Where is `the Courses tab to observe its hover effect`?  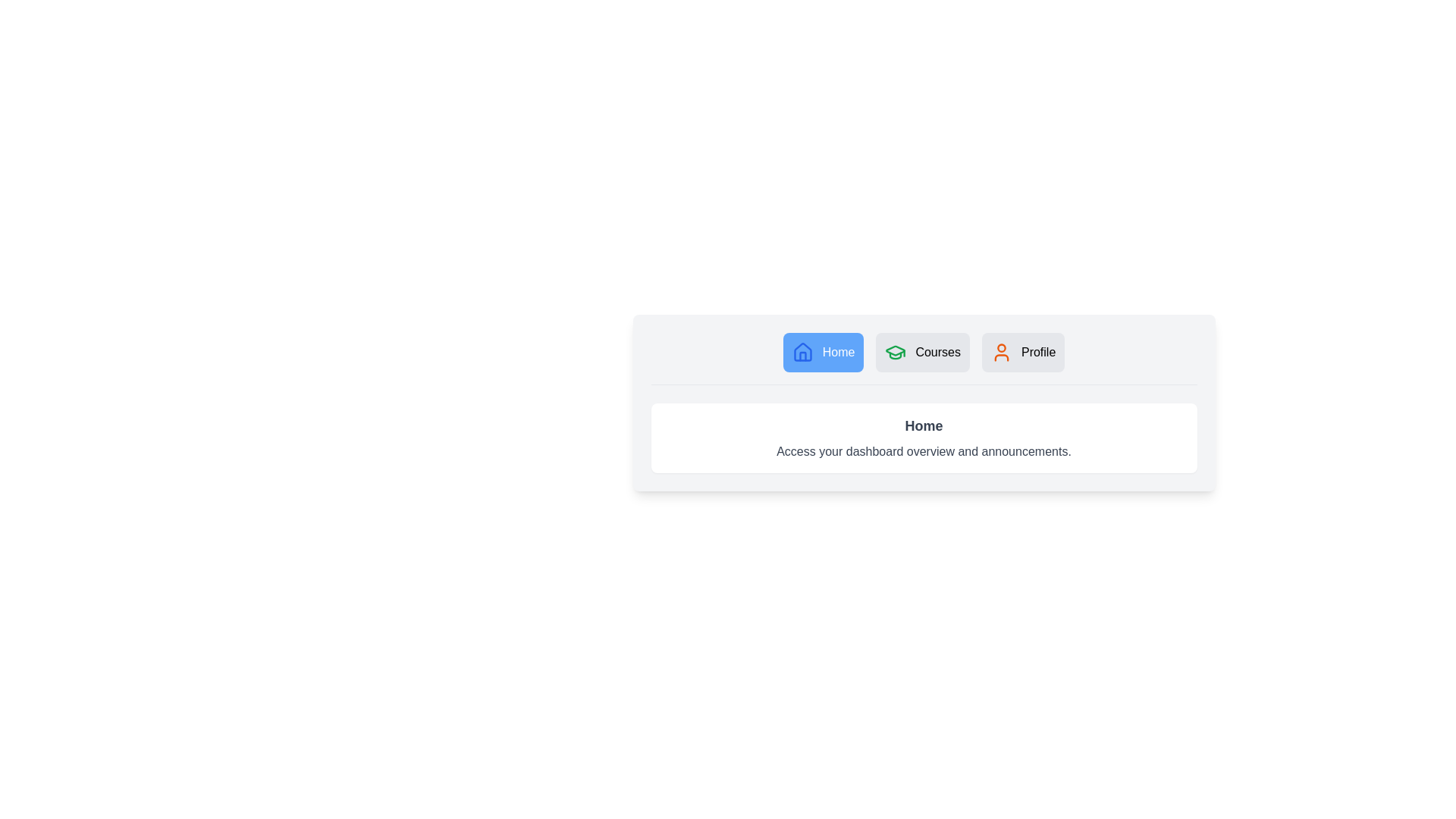
the Courses tab to observe its hover effect is located at coordinates (922, 353).